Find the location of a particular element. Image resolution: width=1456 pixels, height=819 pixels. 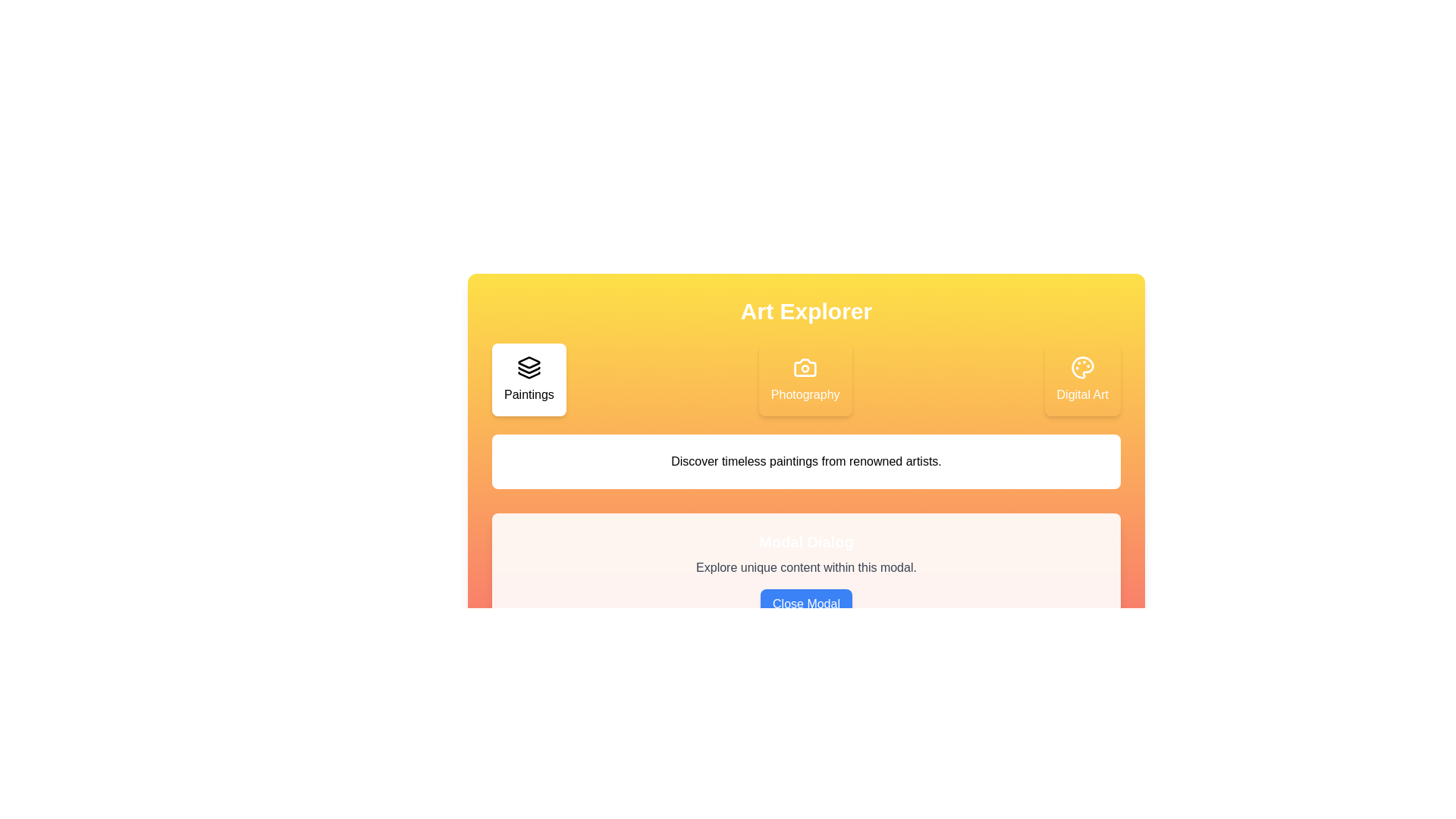

the Digital Art tab to view its content is located at coordinates (1081, 379).